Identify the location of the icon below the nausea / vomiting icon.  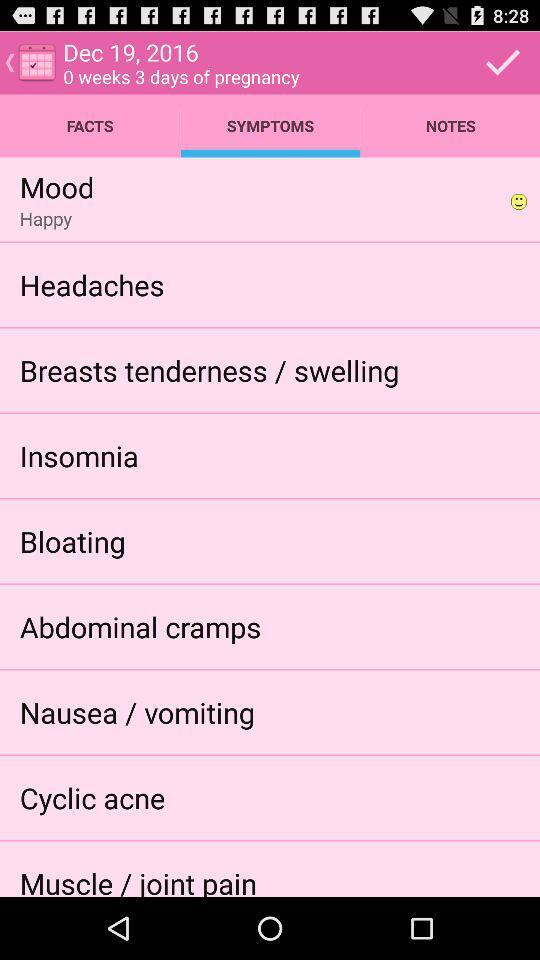
(91, 797).